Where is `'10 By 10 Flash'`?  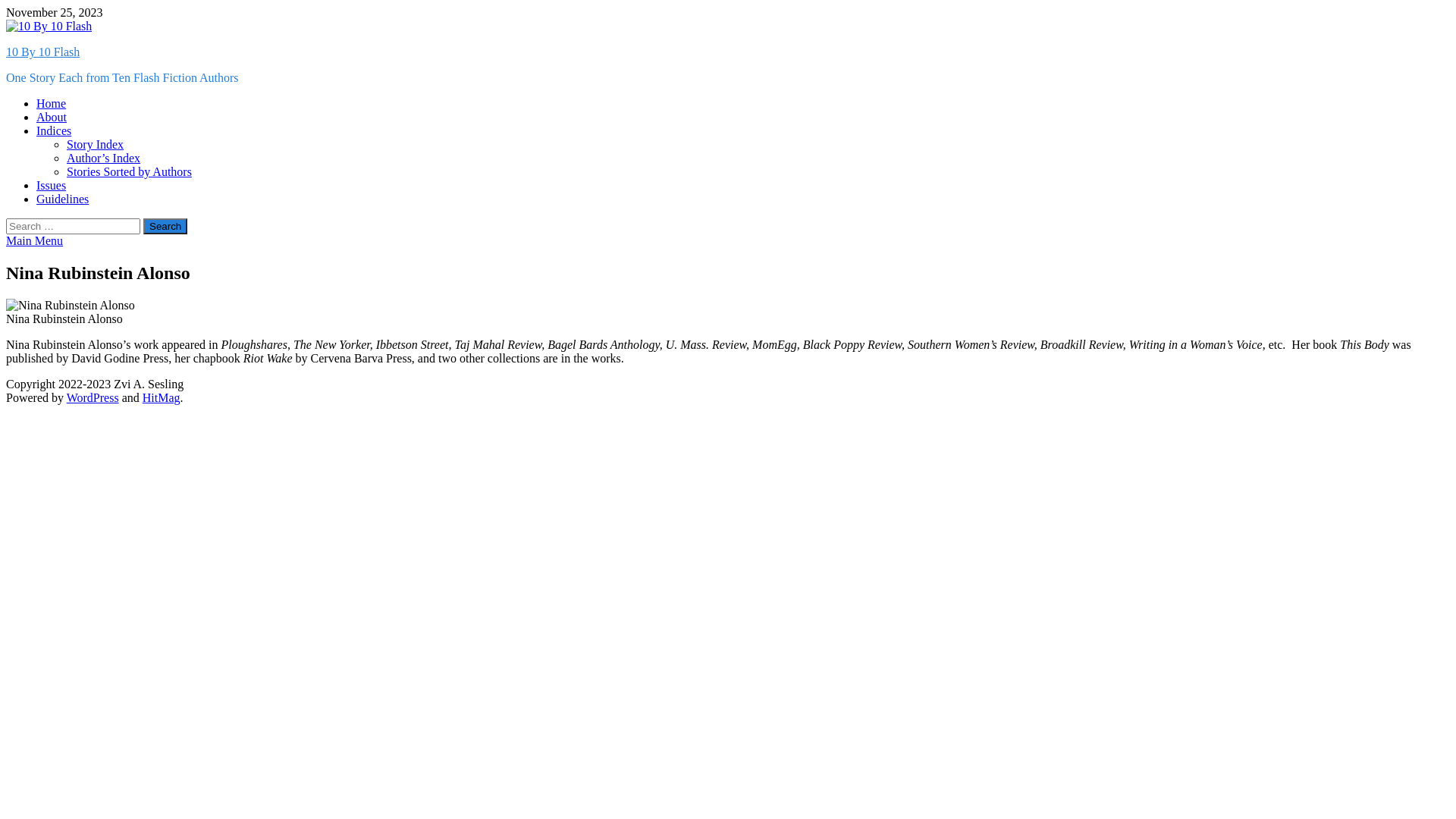
'10 By 10 Flash' is located at coordinates (42, 51).